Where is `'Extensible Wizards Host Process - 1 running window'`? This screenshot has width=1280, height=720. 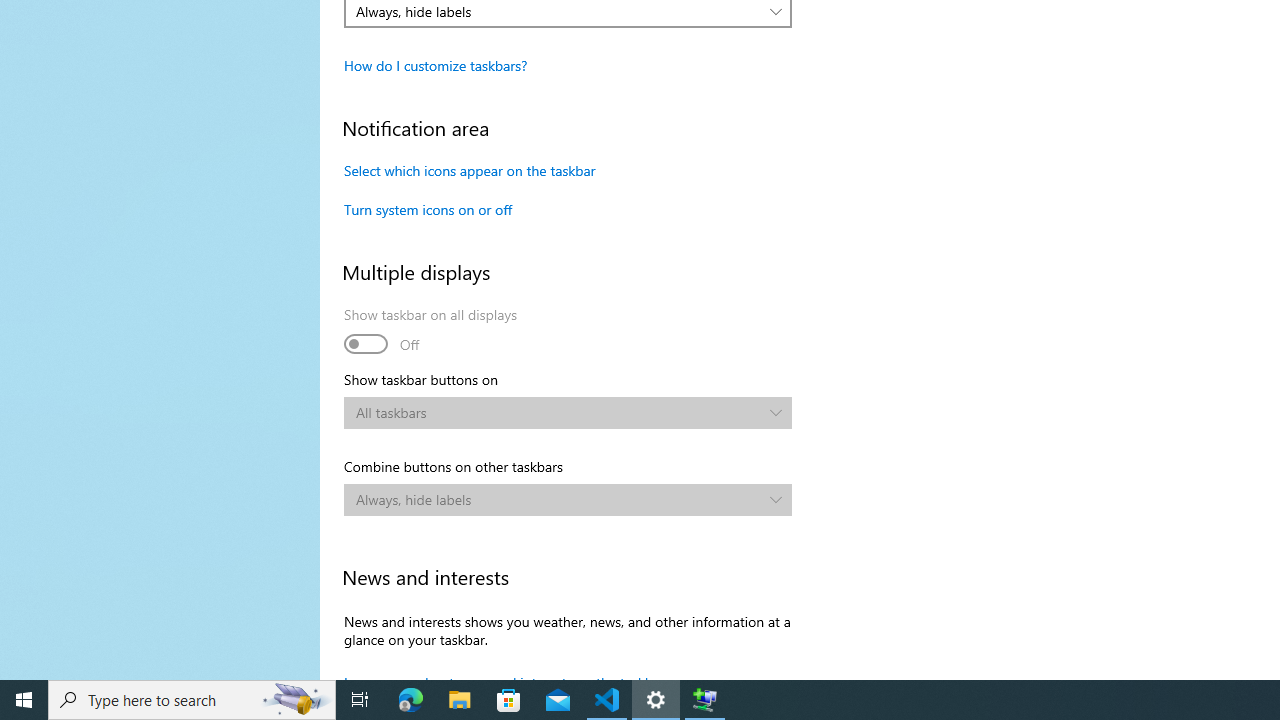
'Extensible Wizards Host Process - 1 running window' is located at coordinates (705, 698).